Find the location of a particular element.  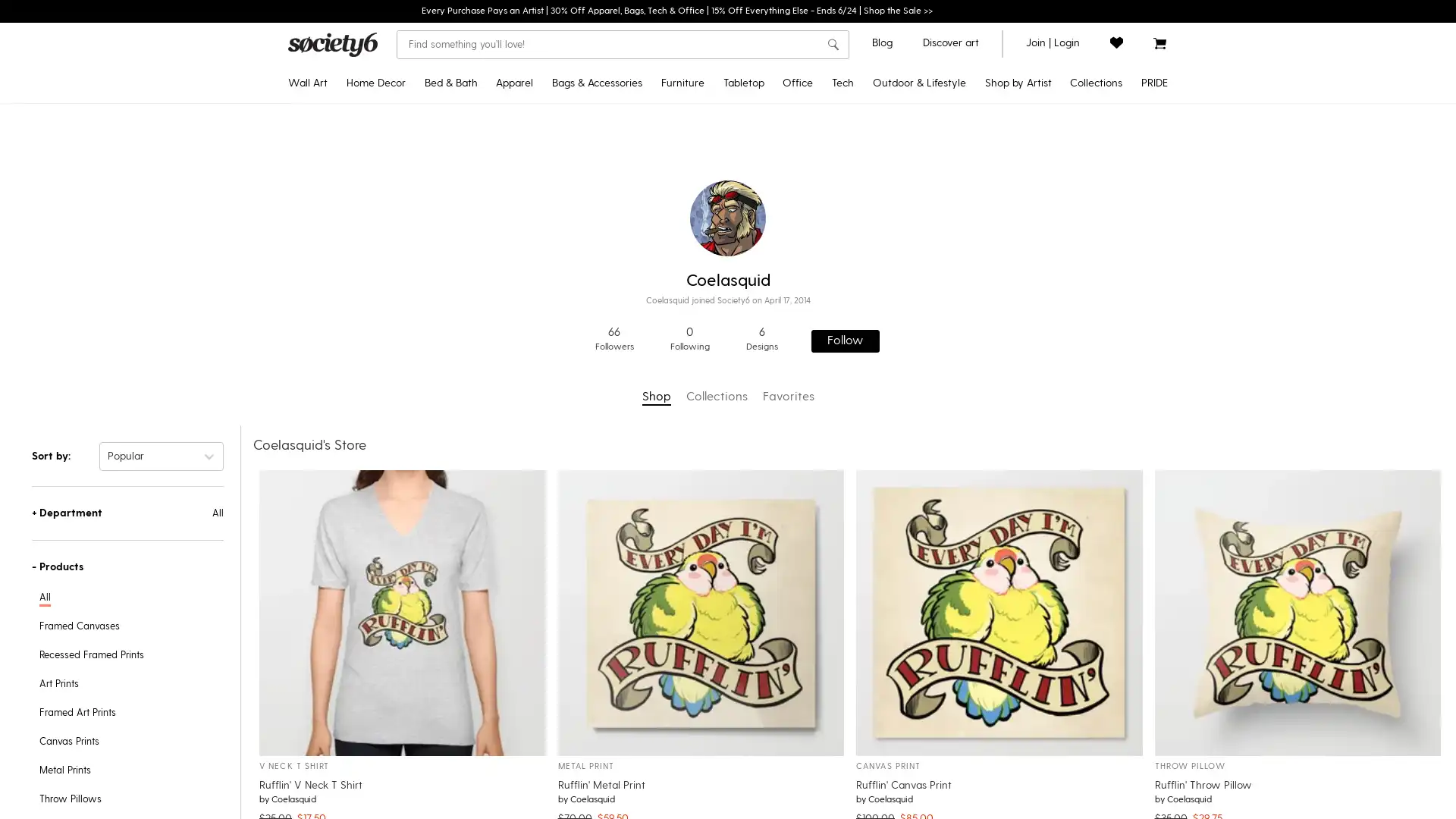

Bath Mats is located at coordinates (483, 219).